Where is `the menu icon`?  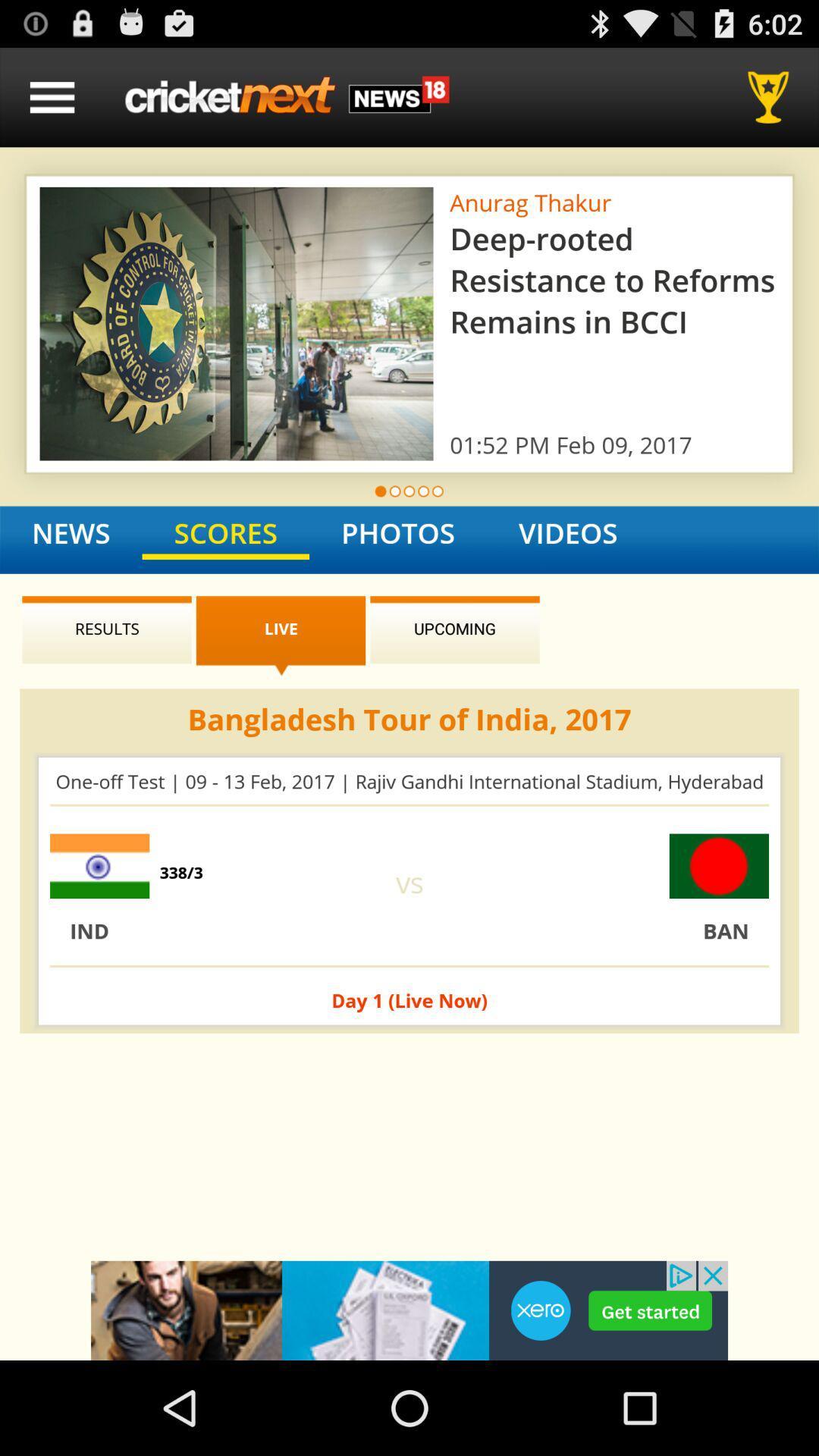
the menu icon is located at coordinates (52, 103).